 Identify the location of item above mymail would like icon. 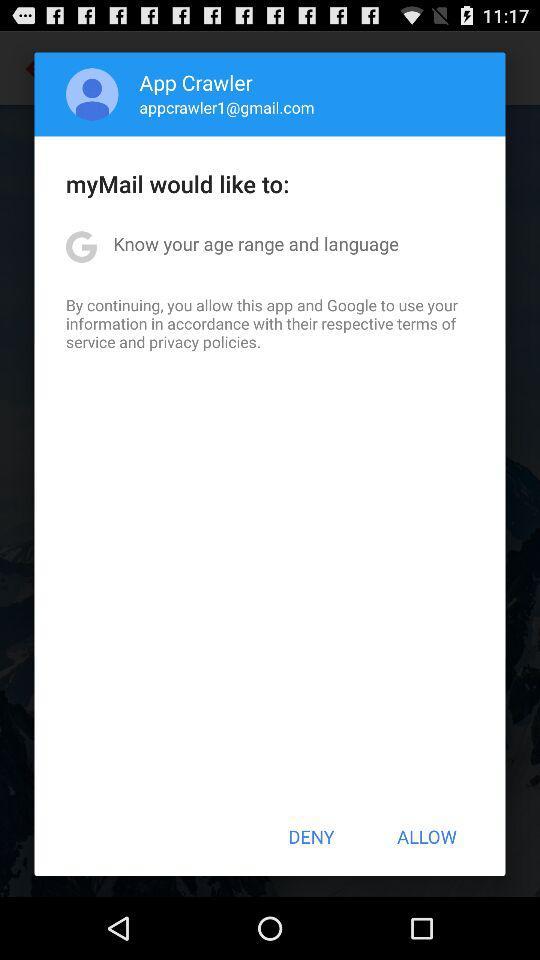
(226, 107).